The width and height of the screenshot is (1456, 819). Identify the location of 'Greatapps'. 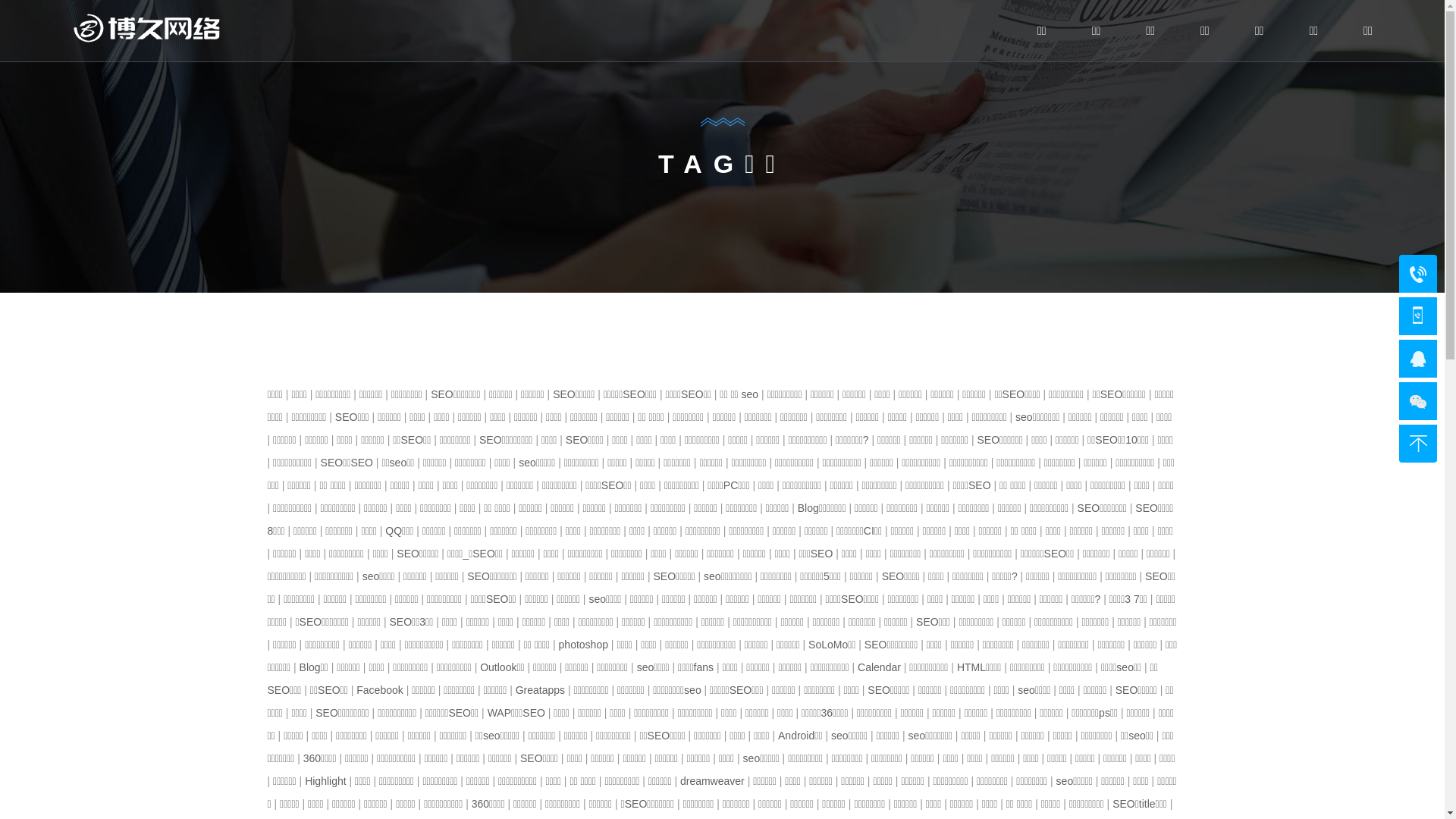
(516, 690).